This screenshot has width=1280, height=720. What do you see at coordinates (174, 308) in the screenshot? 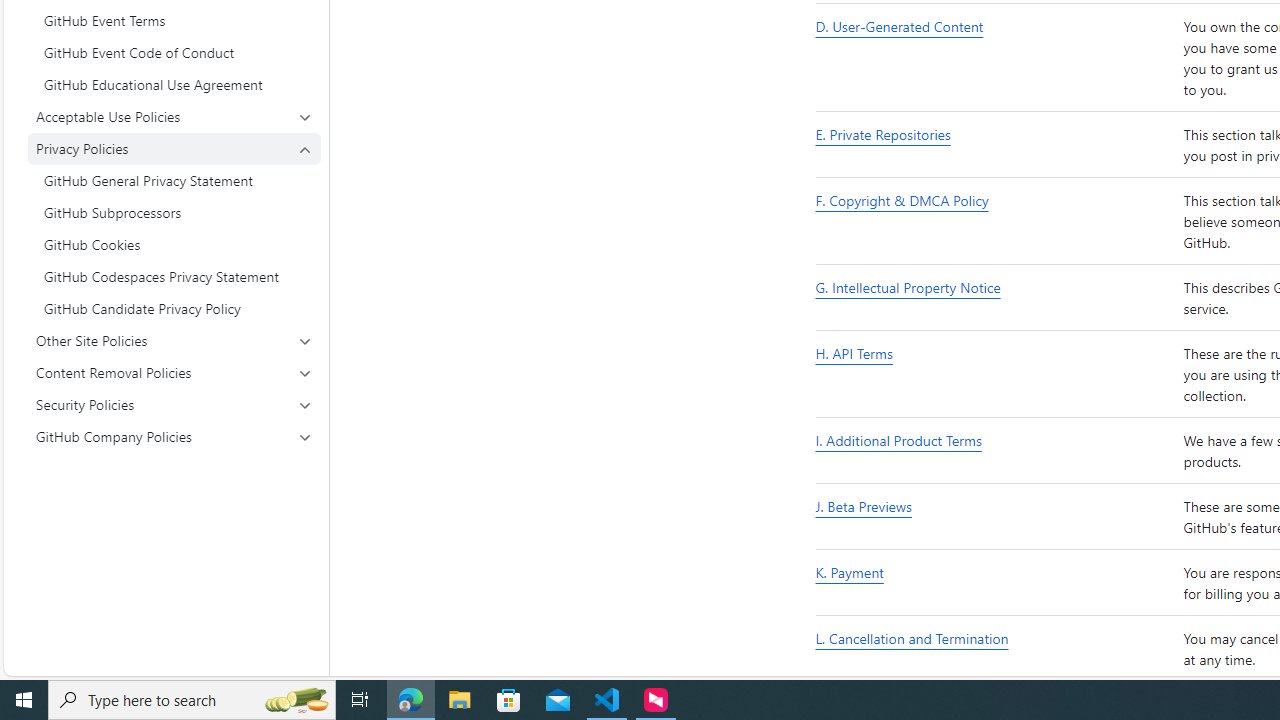
I see `'GitHub Candidate Privacy Policy'` at bounding box center [174, 308].